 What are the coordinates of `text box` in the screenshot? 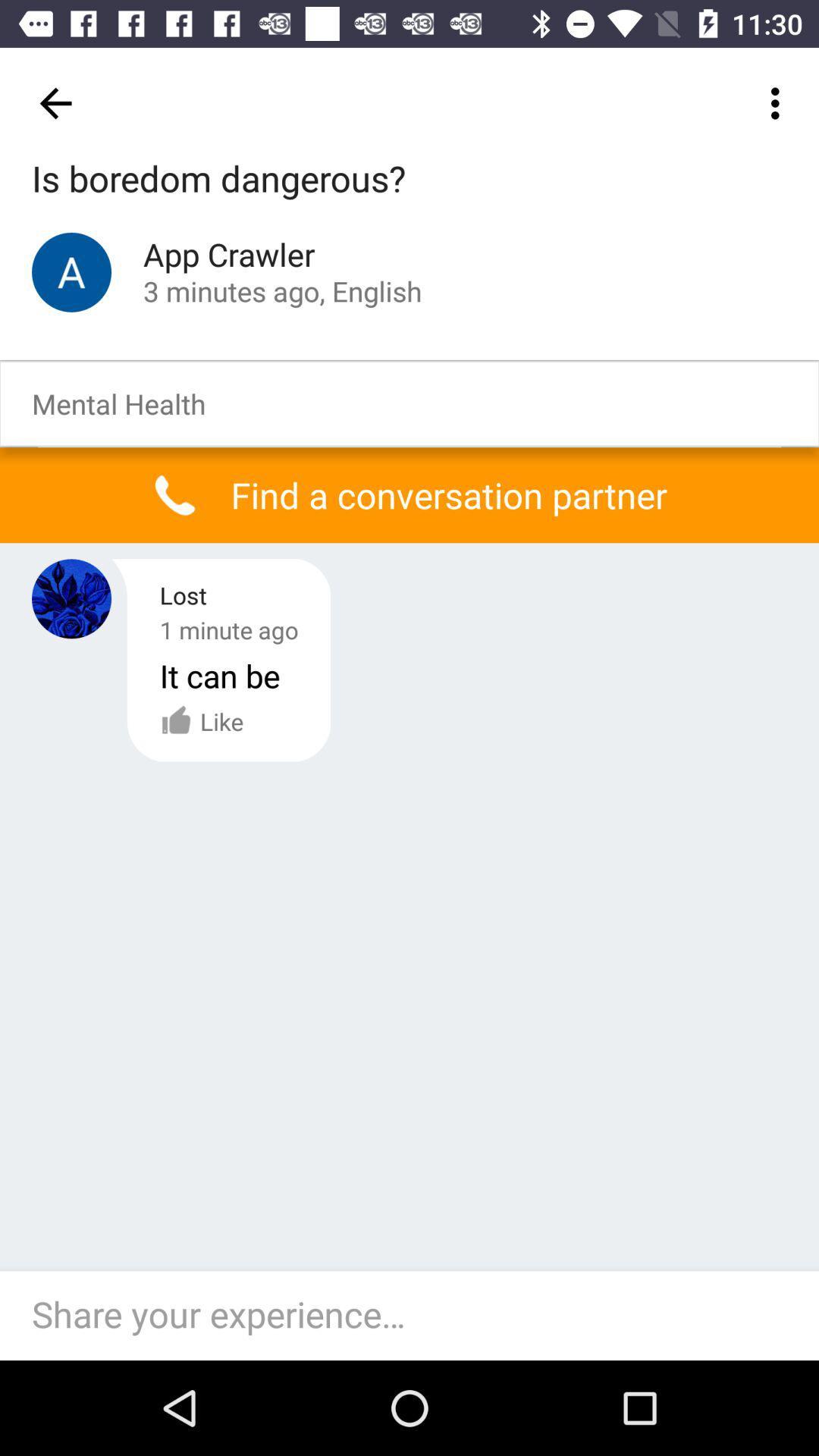 It's located at (417, 1315).